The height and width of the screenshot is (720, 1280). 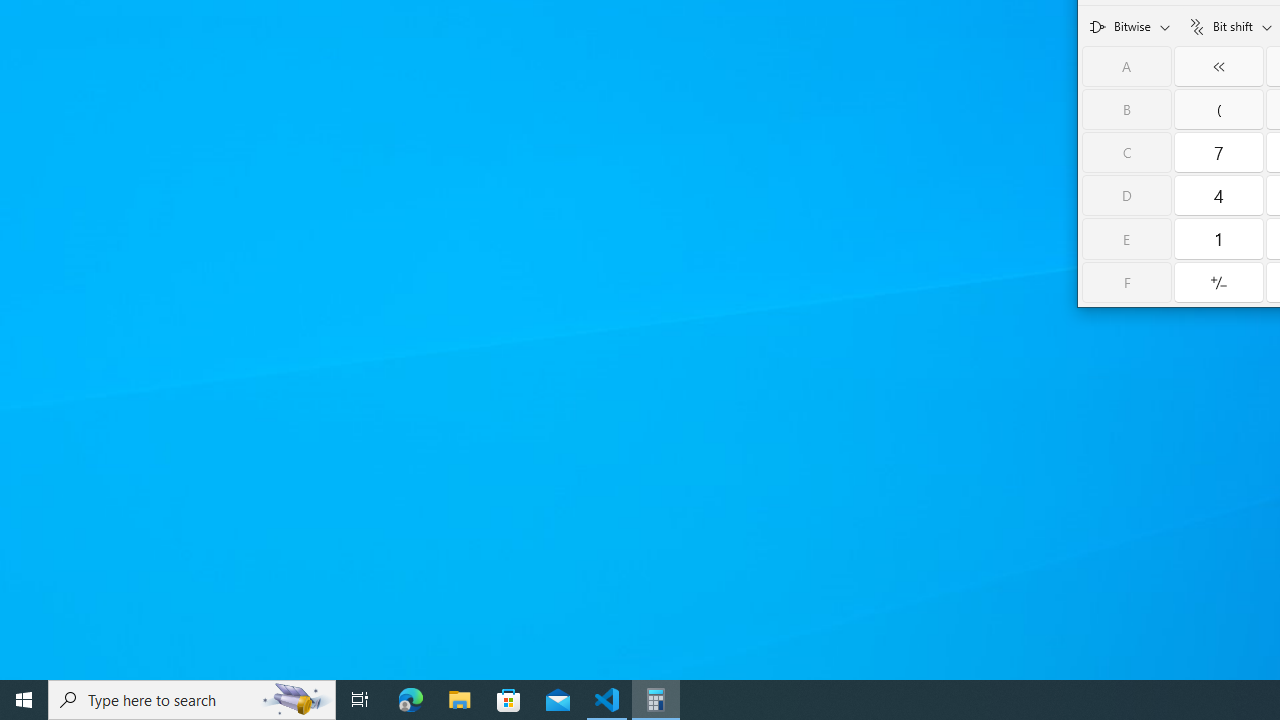 What do you see at coordinates (1218, 151) in the screenshot?
I see `'Seven'` at bounding box center [1218, 151].